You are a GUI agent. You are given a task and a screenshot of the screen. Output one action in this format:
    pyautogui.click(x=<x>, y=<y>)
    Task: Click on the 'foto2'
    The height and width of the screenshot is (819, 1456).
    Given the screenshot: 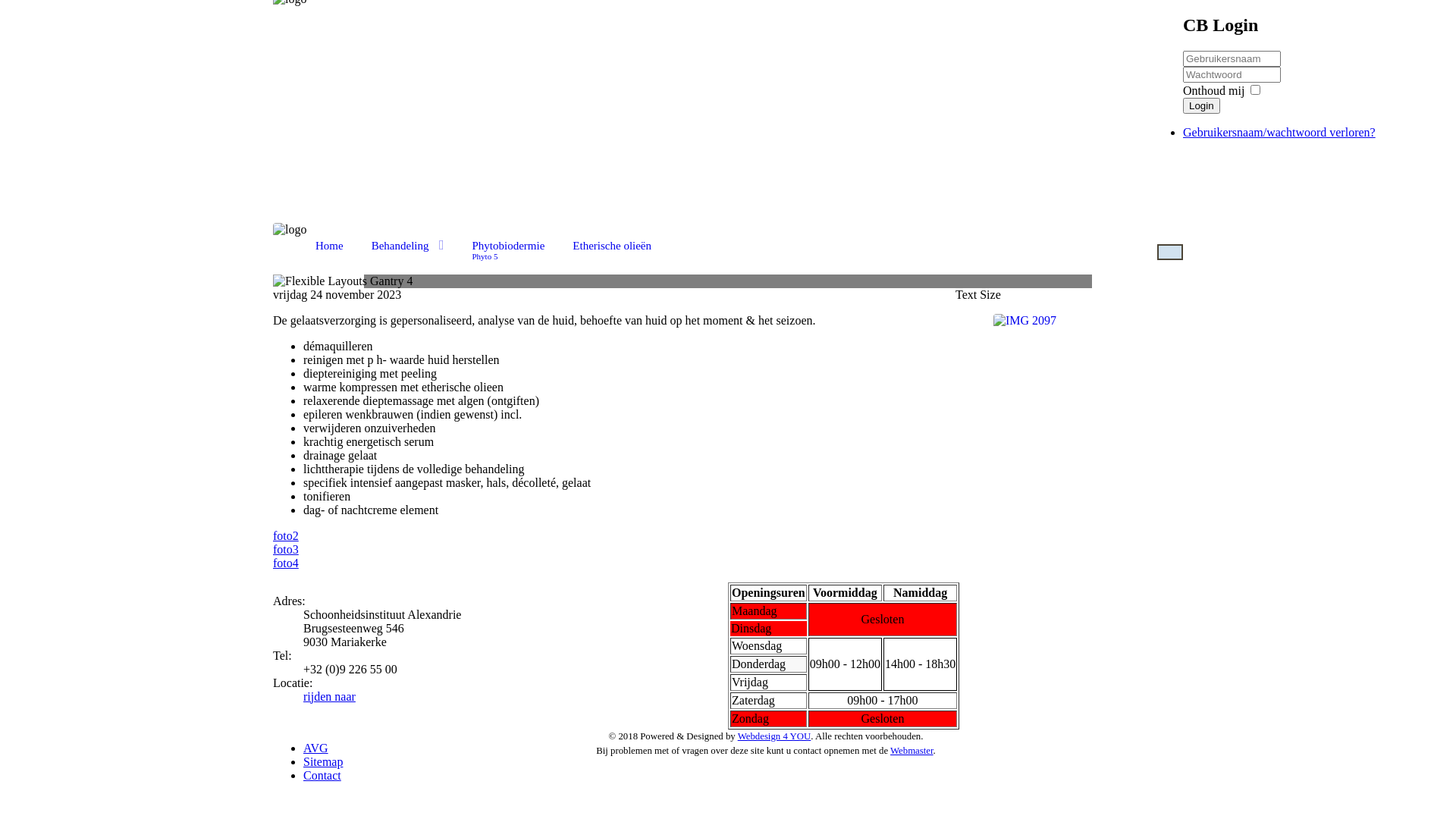 What is the action you would take?
    pyautogui.click(x=286, y=535)
    